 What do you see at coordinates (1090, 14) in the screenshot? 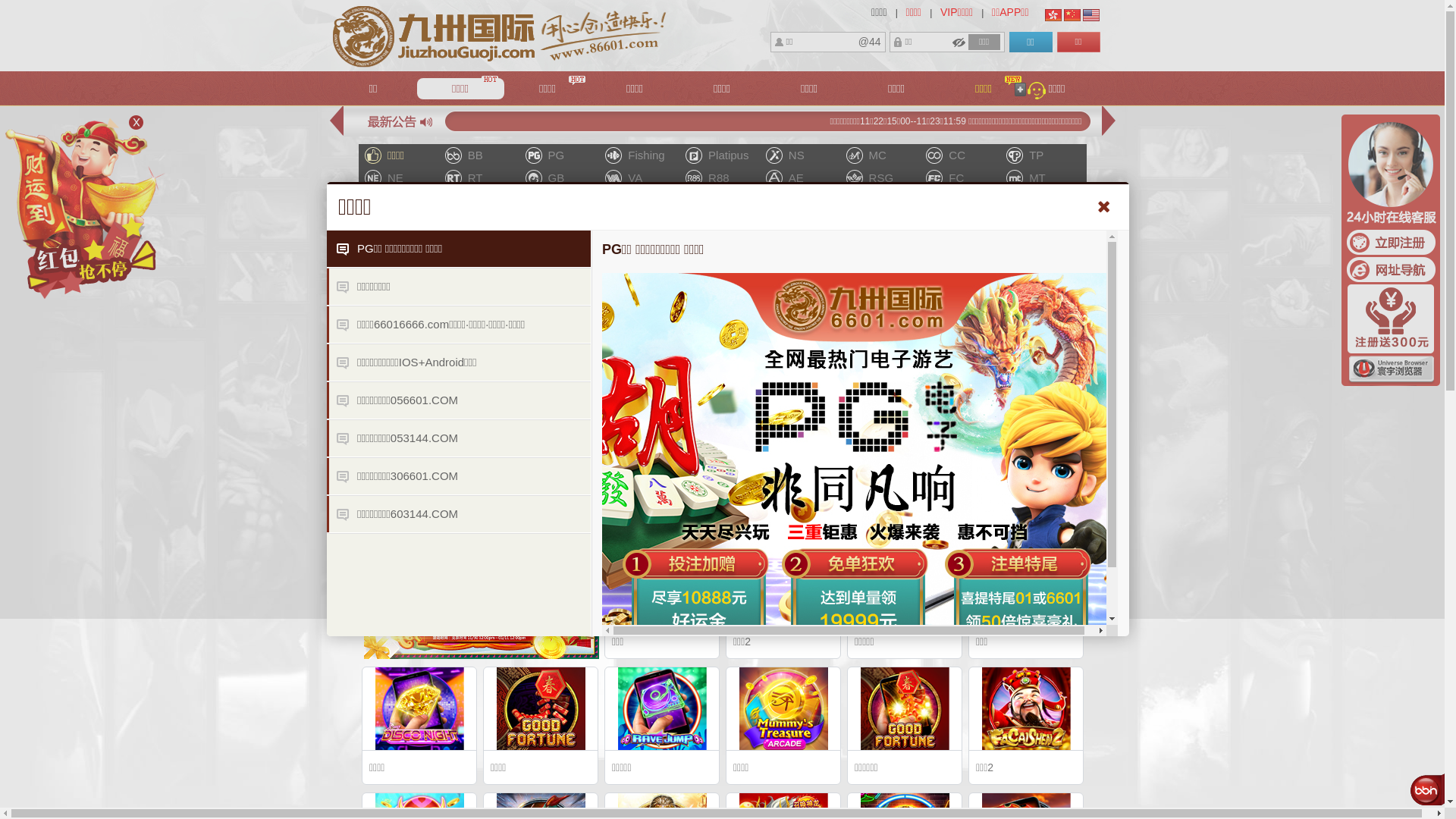
I see `'English'` at bounding box center [1090, 14].